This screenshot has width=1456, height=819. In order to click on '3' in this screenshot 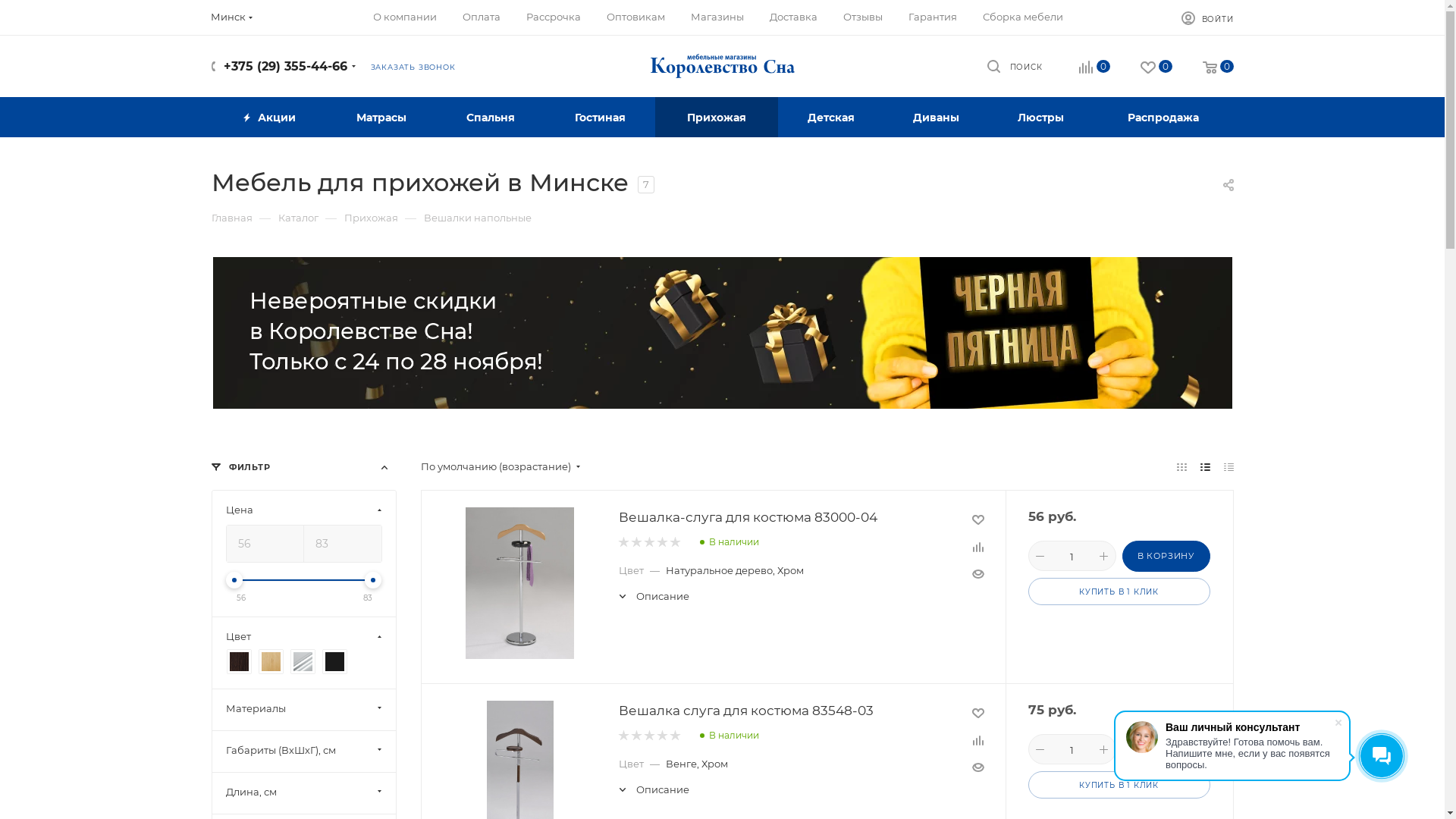, I will do `click(643, 541)`.